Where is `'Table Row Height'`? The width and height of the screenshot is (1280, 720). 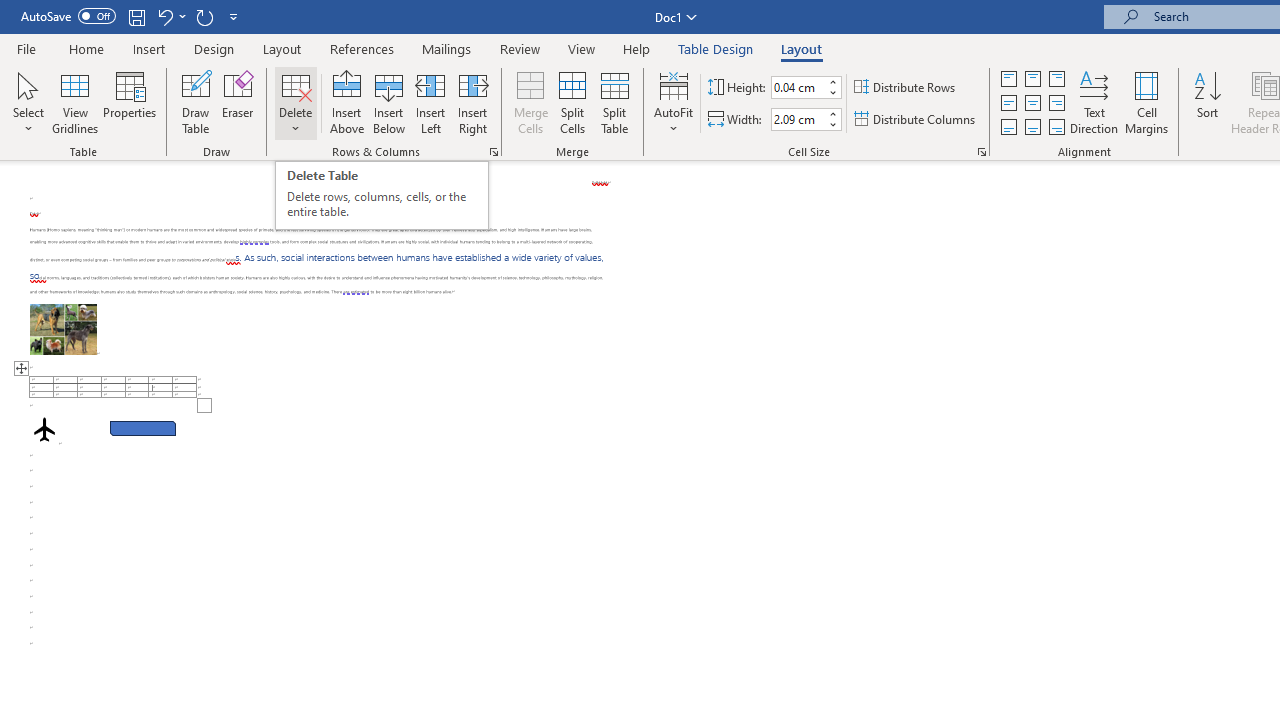 'Table Row Height' is located at coordinates (797, 86).